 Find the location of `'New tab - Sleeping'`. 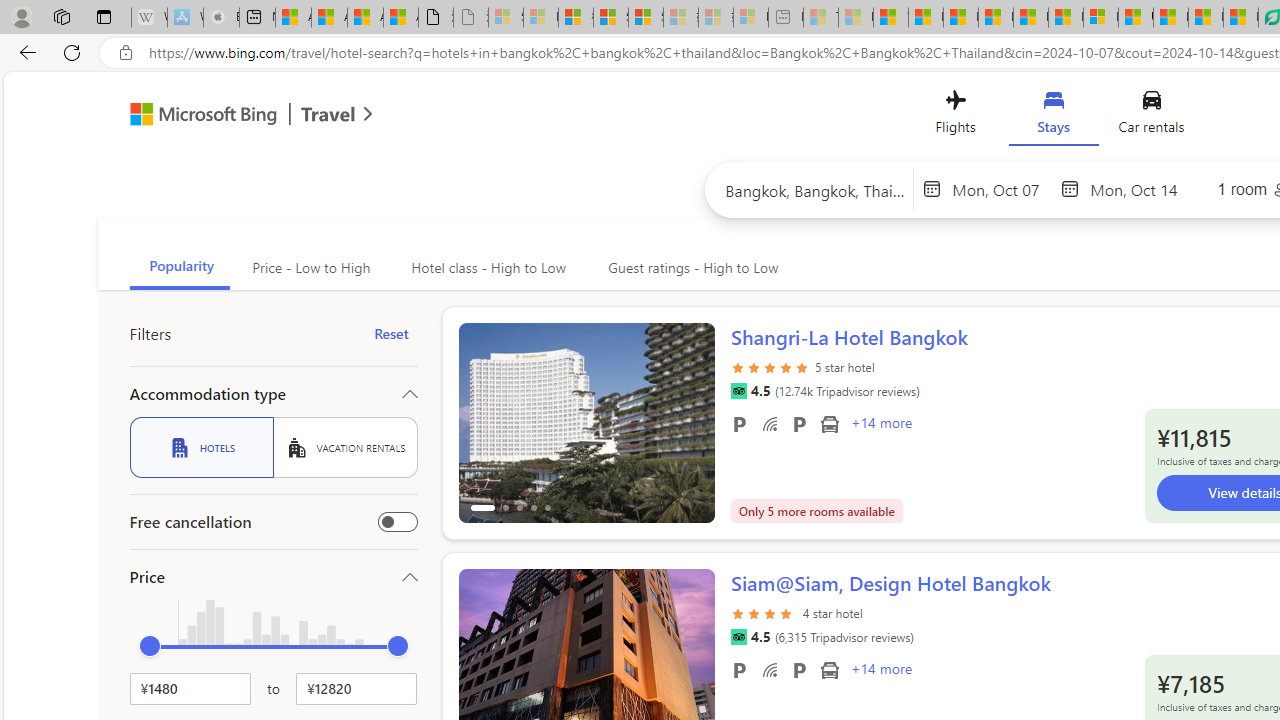

'New tab - Sleeping' is located at coordinates (784, 17).